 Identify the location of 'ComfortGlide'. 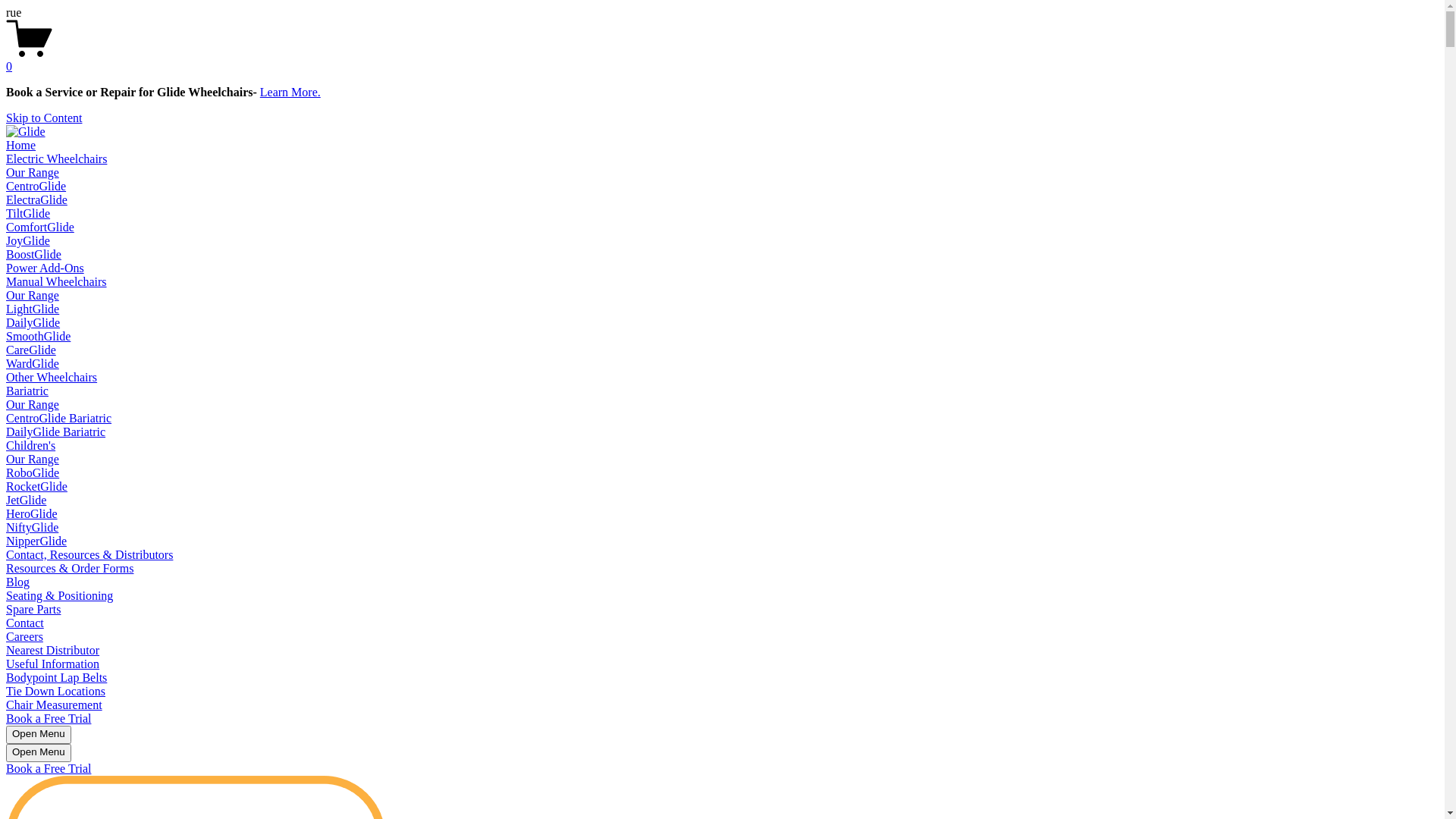
(39, 227).